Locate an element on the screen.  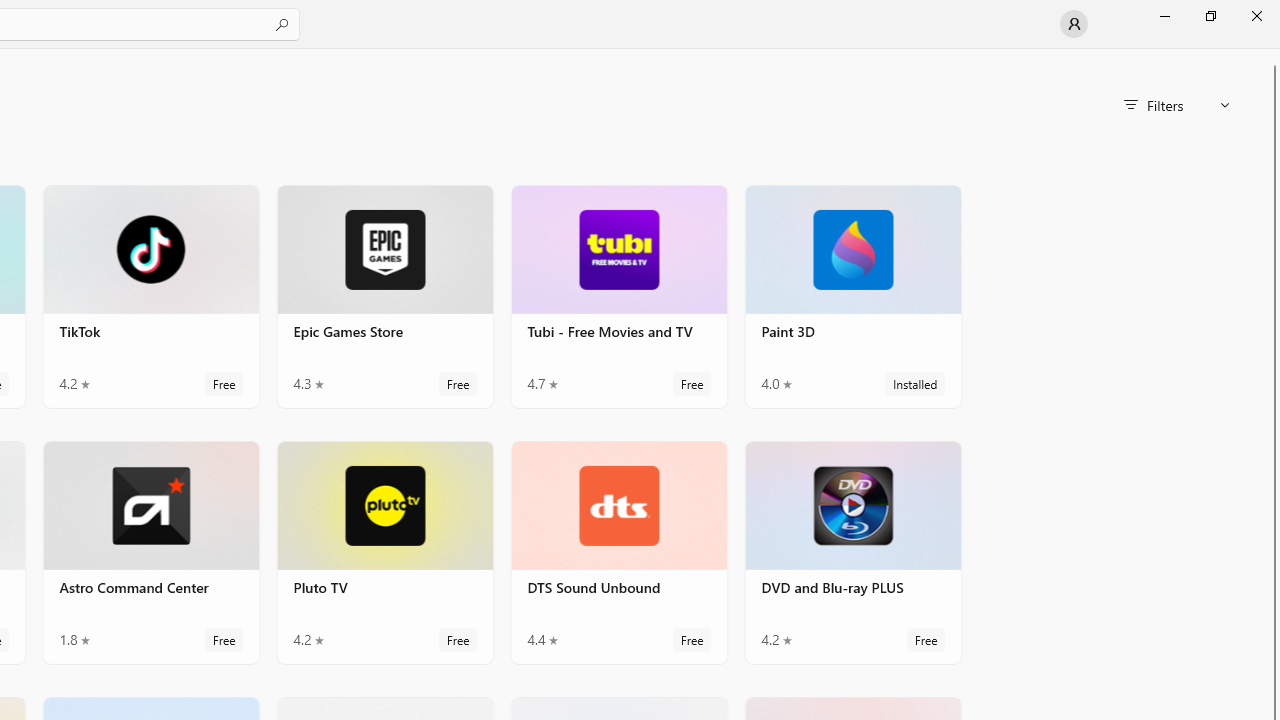
'Minimize Microsoft Store' is located at coordinates (1164, 15).